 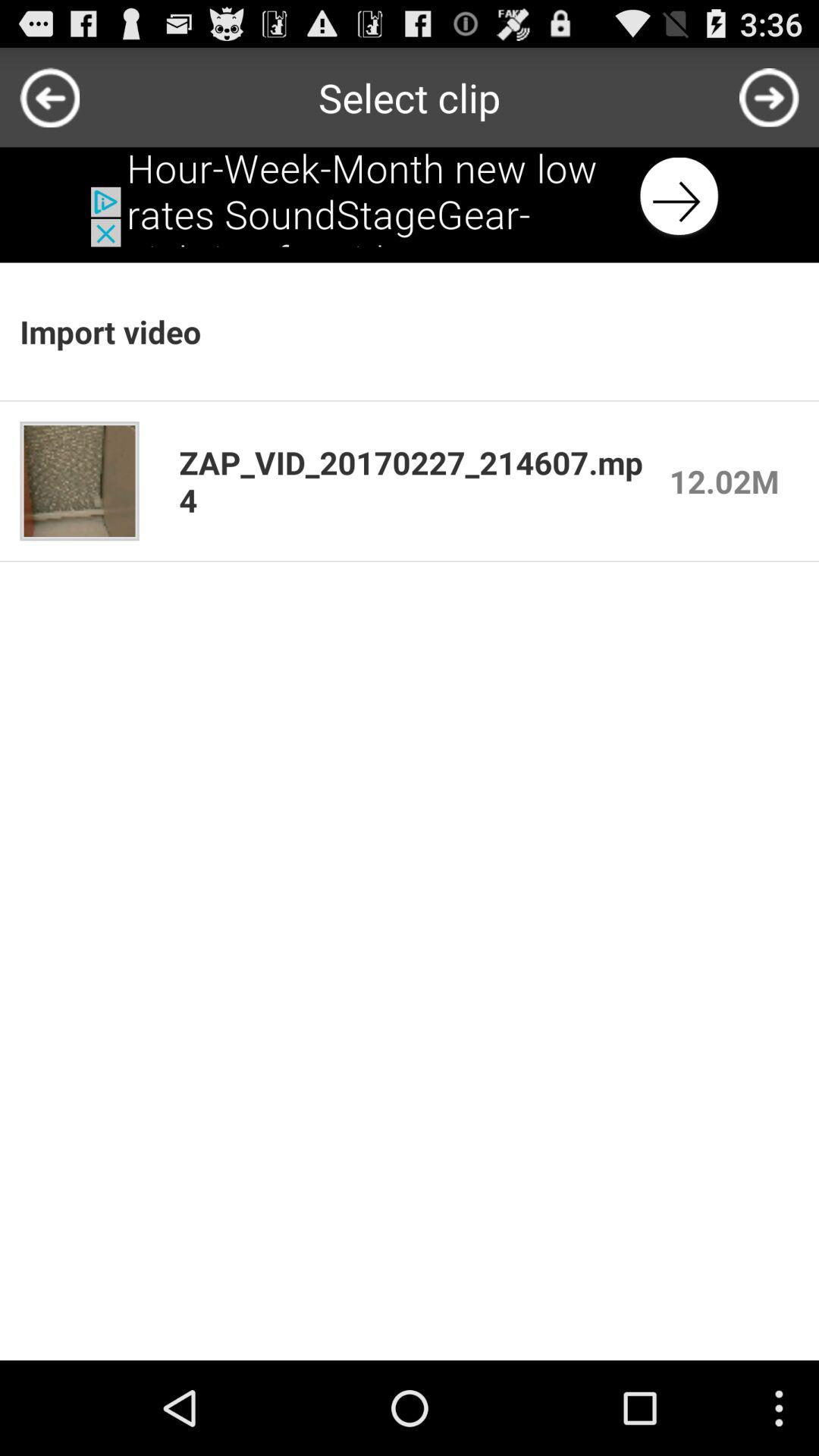 What do you see at coordinates (769, 96) in the screenshot?
I see `next user` at bounding box center [769, 96].